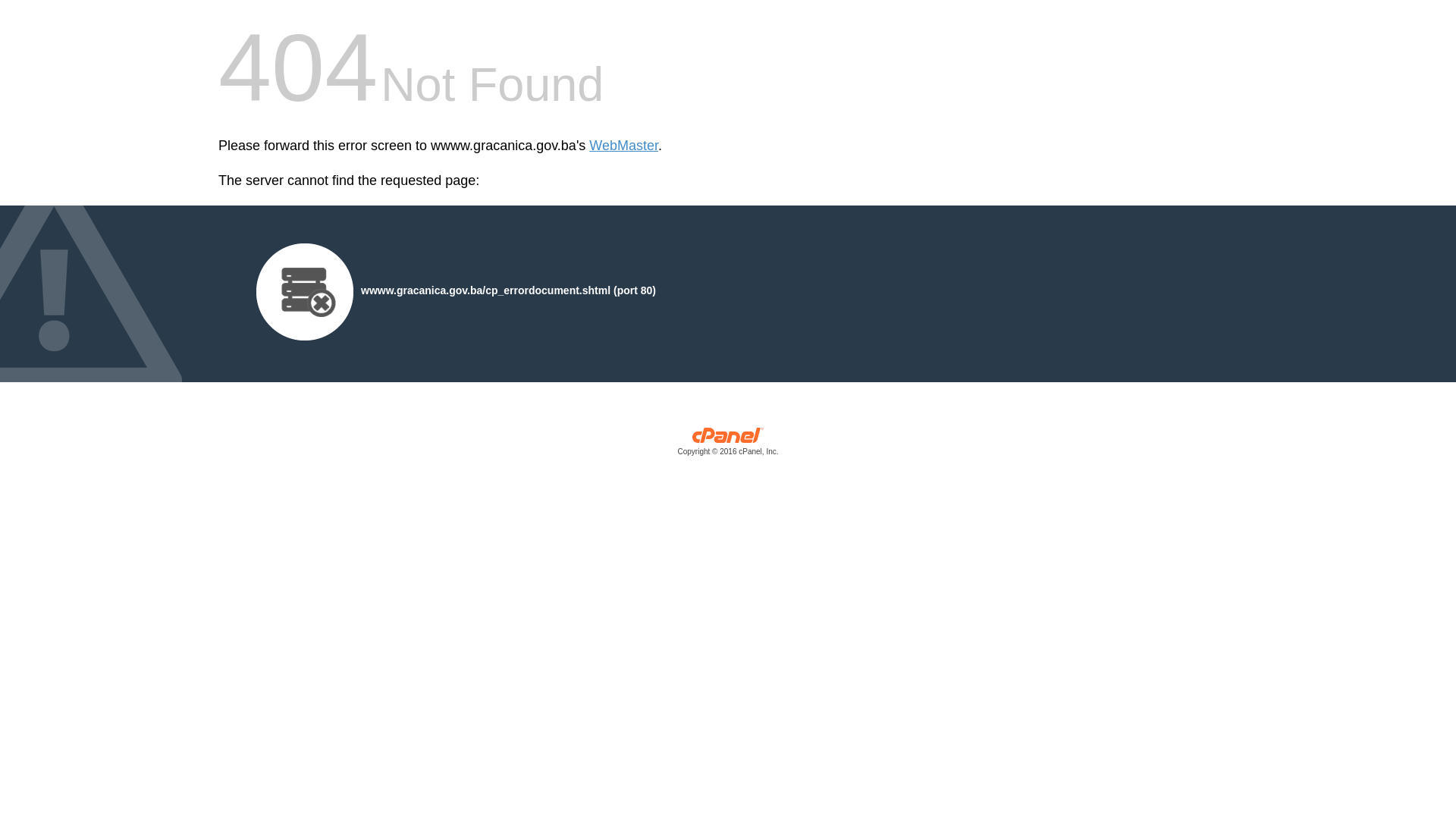 This screenshot has width=1456, height=819. What do you see at coordinates (623, 146) in the screenshot?
I see `'WebMaster'` at bounding box center [623, 146].